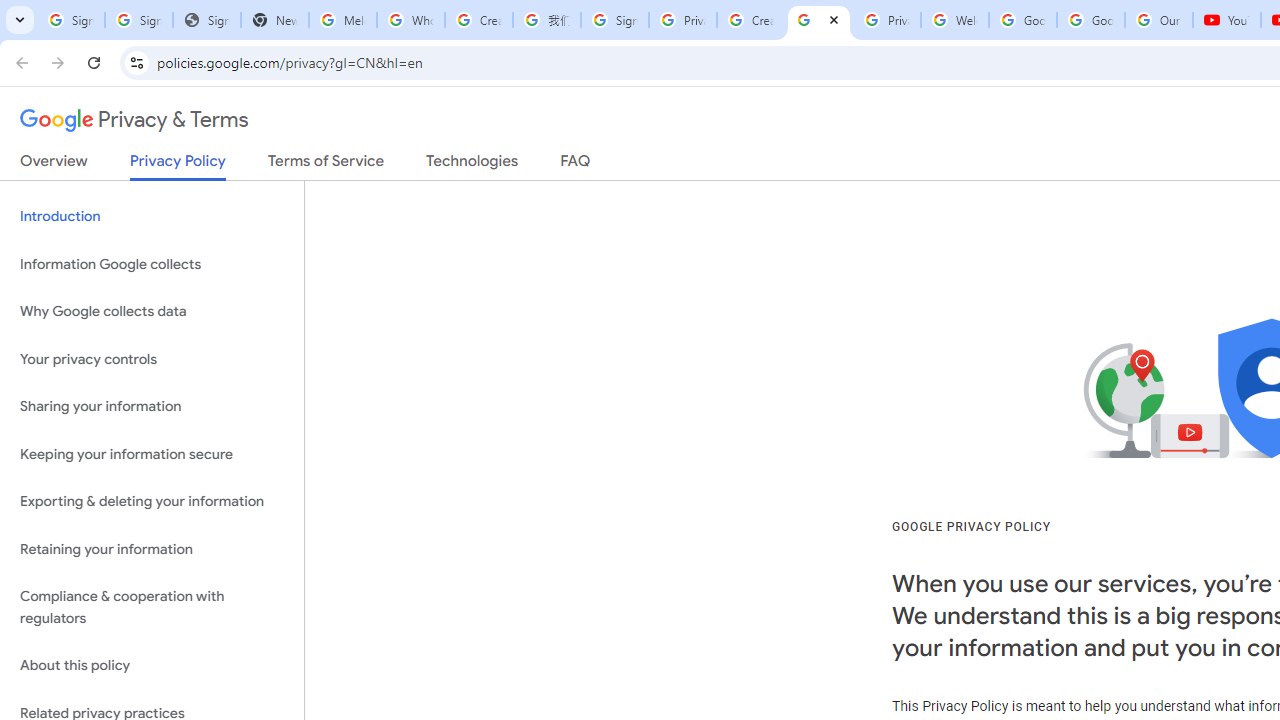  I want to click on 'Sharing your information', so click(151, 406).